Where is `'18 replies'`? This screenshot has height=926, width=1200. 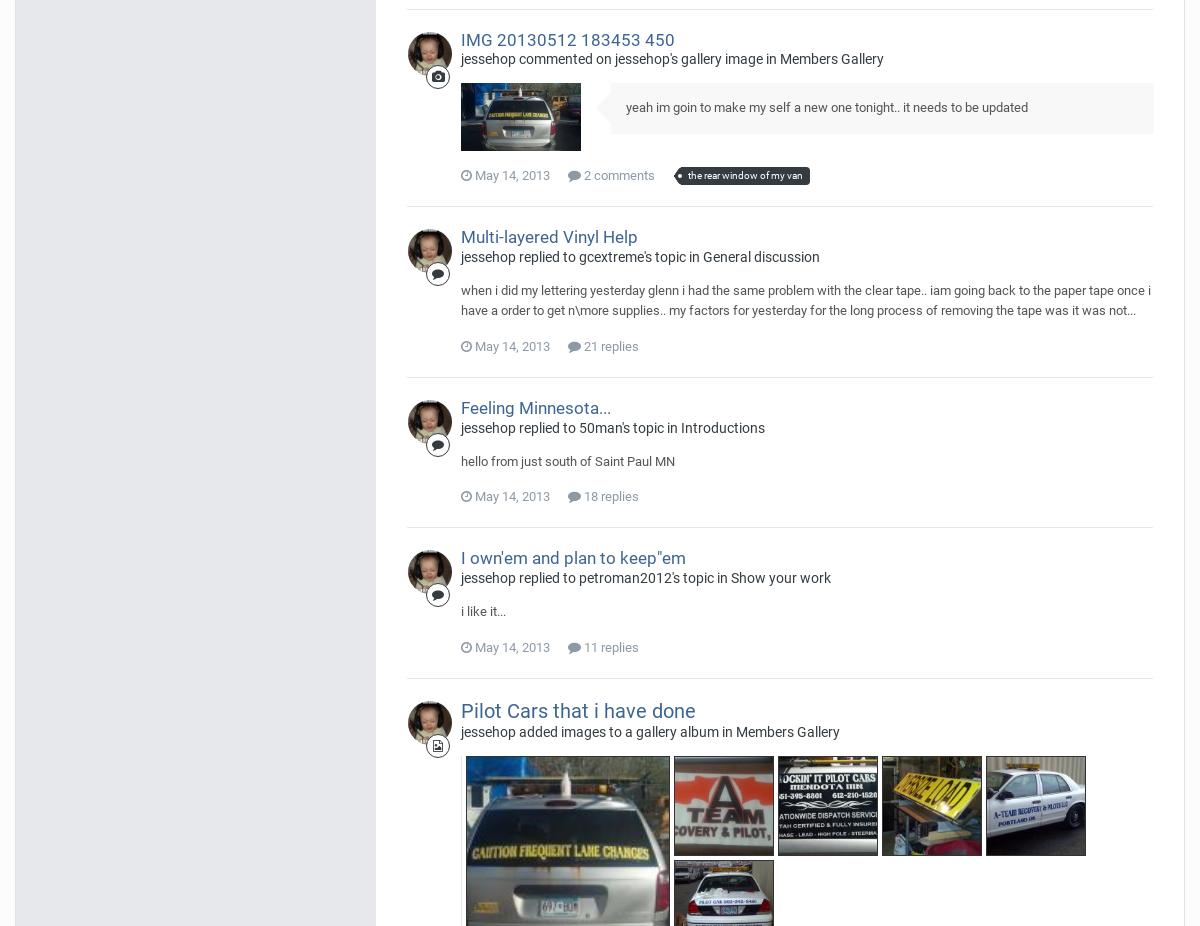
'18 replies' is located at coordinates (609, 495).